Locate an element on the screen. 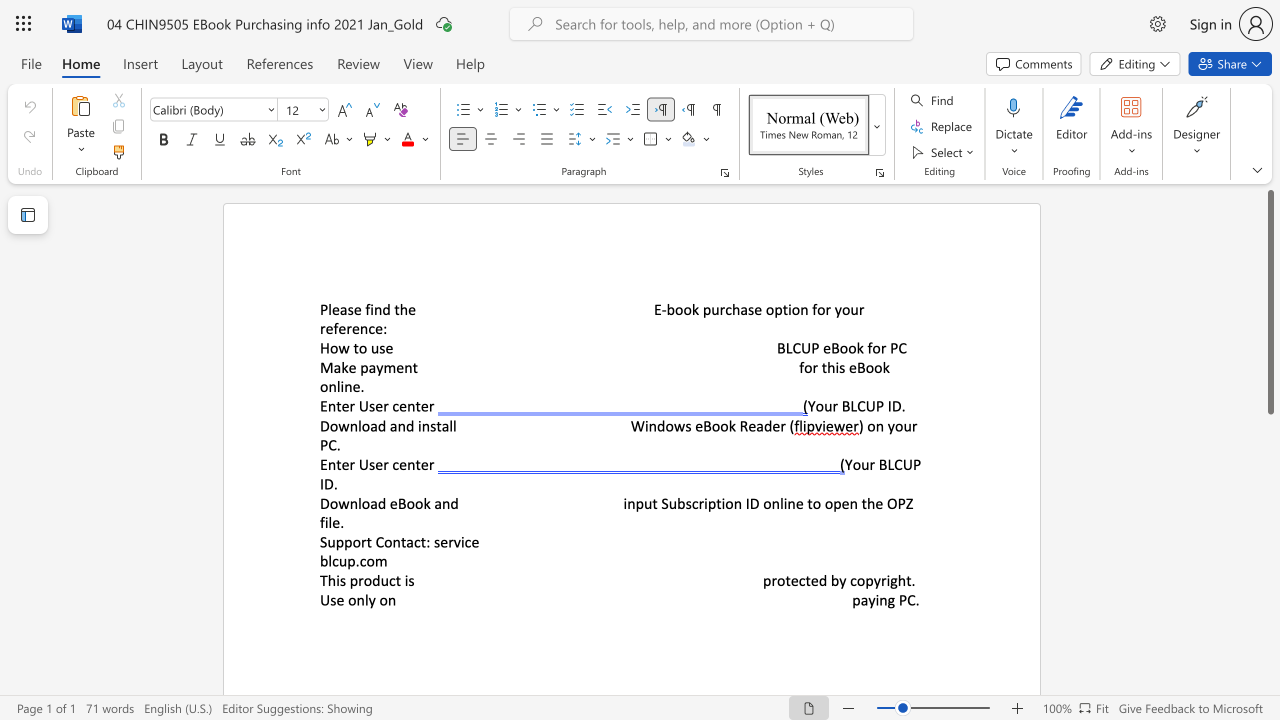 Image resolution: width=1280 pixels, height=720 pixels. the 1th character "o" in the text is located at coordinates (368, 580).